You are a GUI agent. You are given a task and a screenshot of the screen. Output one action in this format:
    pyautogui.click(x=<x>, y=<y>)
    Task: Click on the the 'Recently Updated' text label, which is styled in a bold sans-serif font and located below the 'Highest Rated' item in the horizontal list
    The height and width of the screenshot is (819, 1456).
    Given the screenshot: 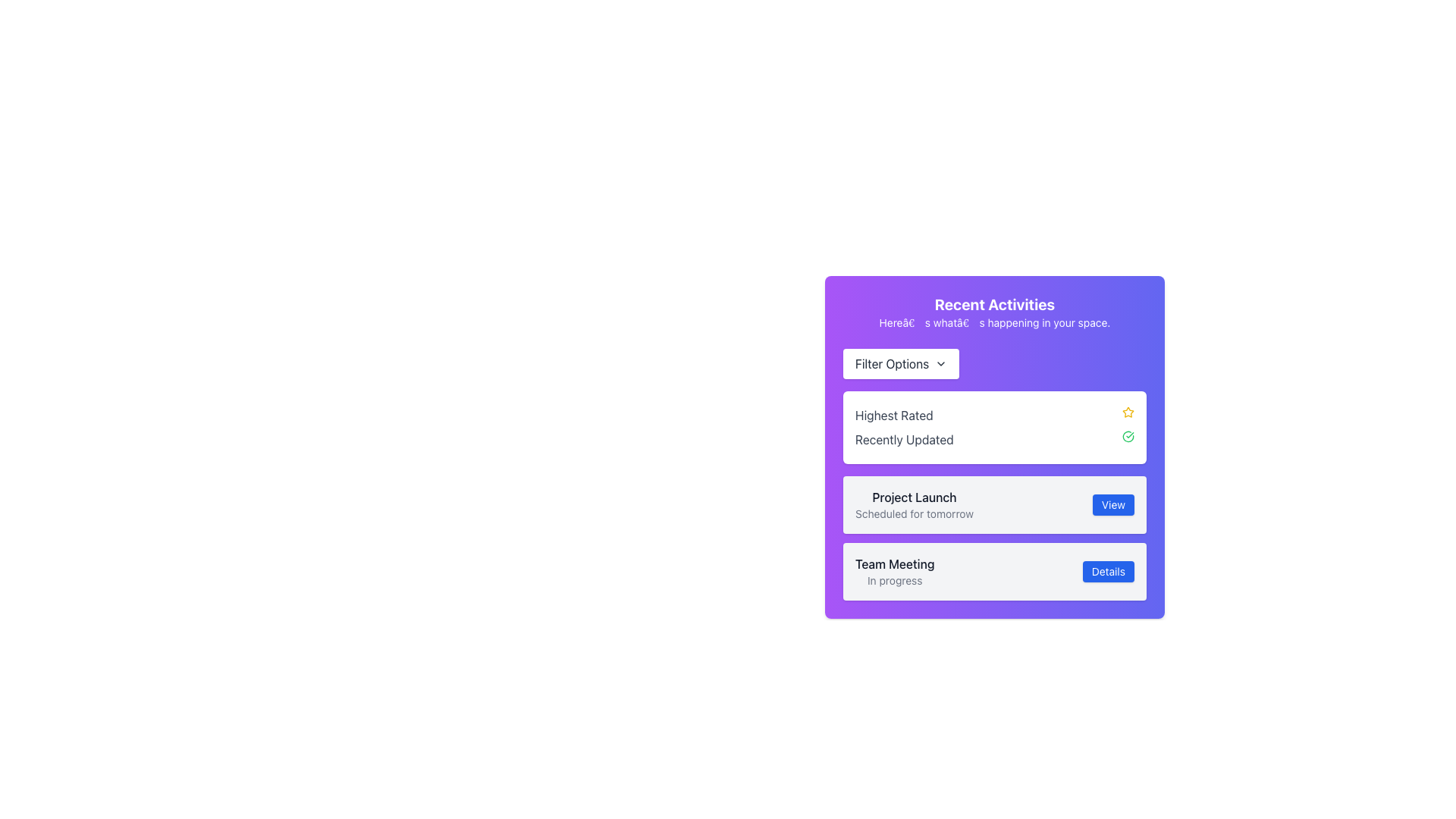 What is the action you would take?
    pyautogui.click(x=904, y=439)
    